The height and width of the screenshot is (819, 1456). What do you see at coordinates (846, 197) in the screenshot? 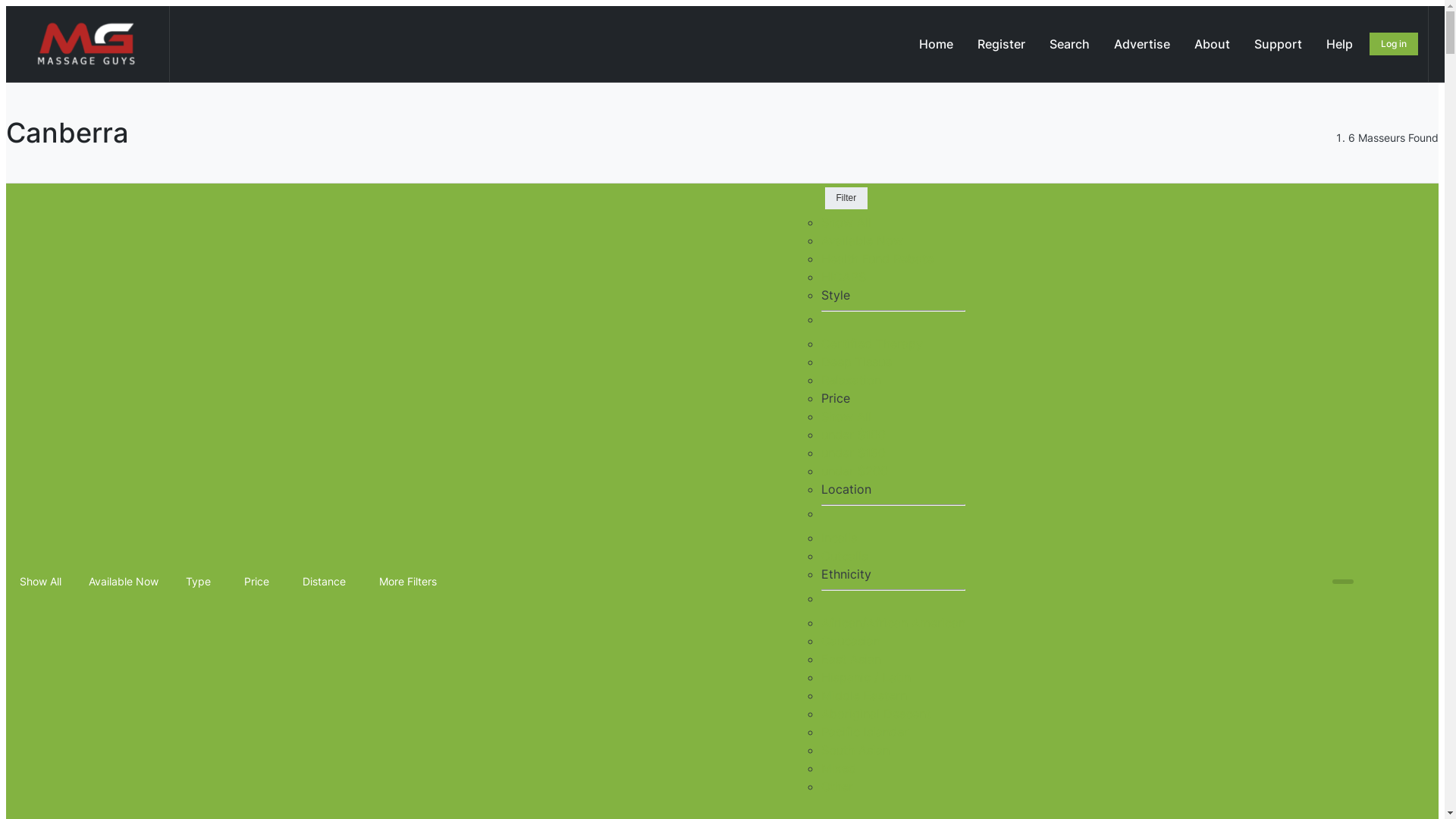
I see `'Filter'` at bounding box center [846, 197].